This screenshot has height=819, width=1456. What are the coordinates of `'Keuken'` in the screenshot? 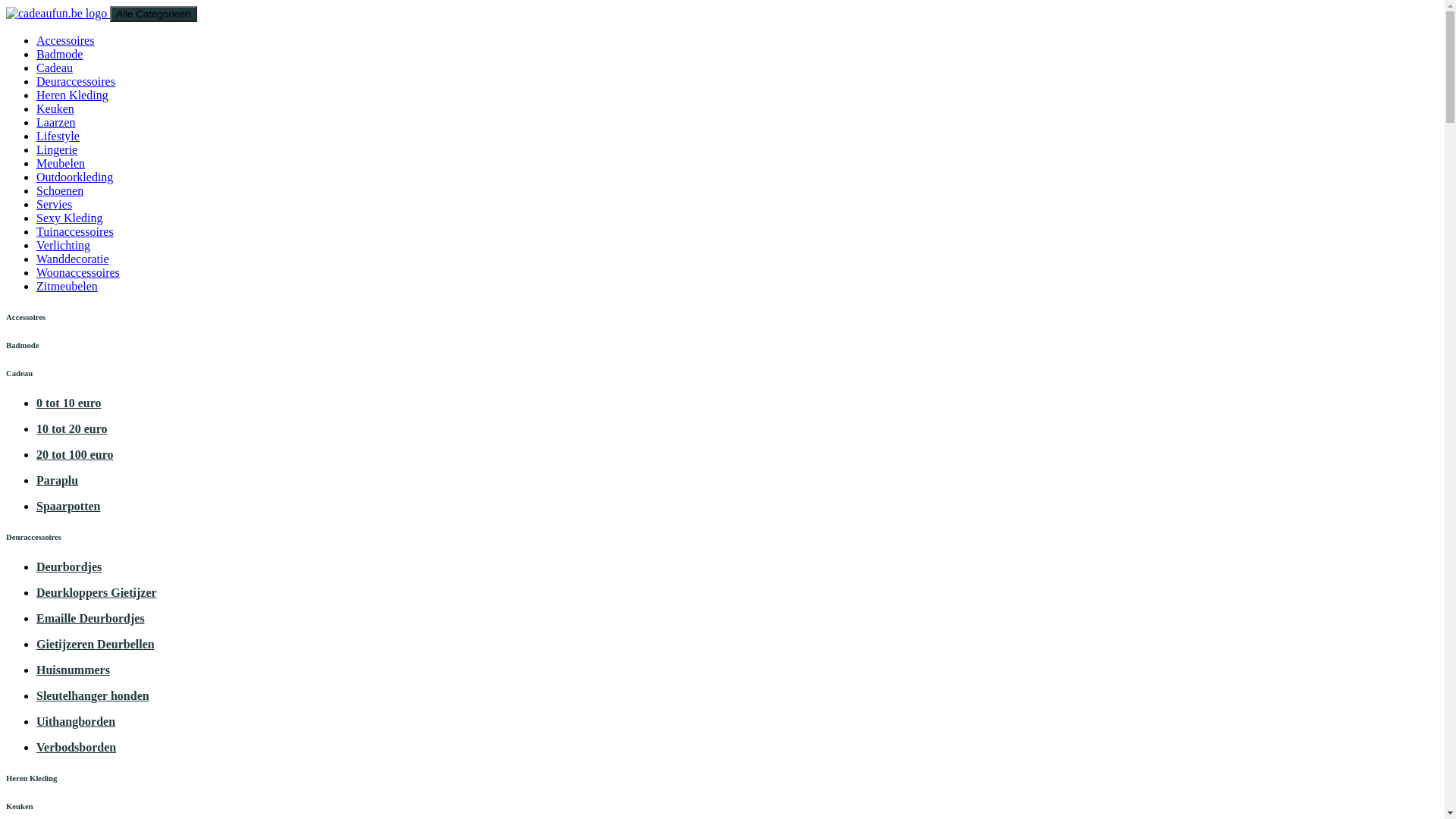 It's located at (36, 108).